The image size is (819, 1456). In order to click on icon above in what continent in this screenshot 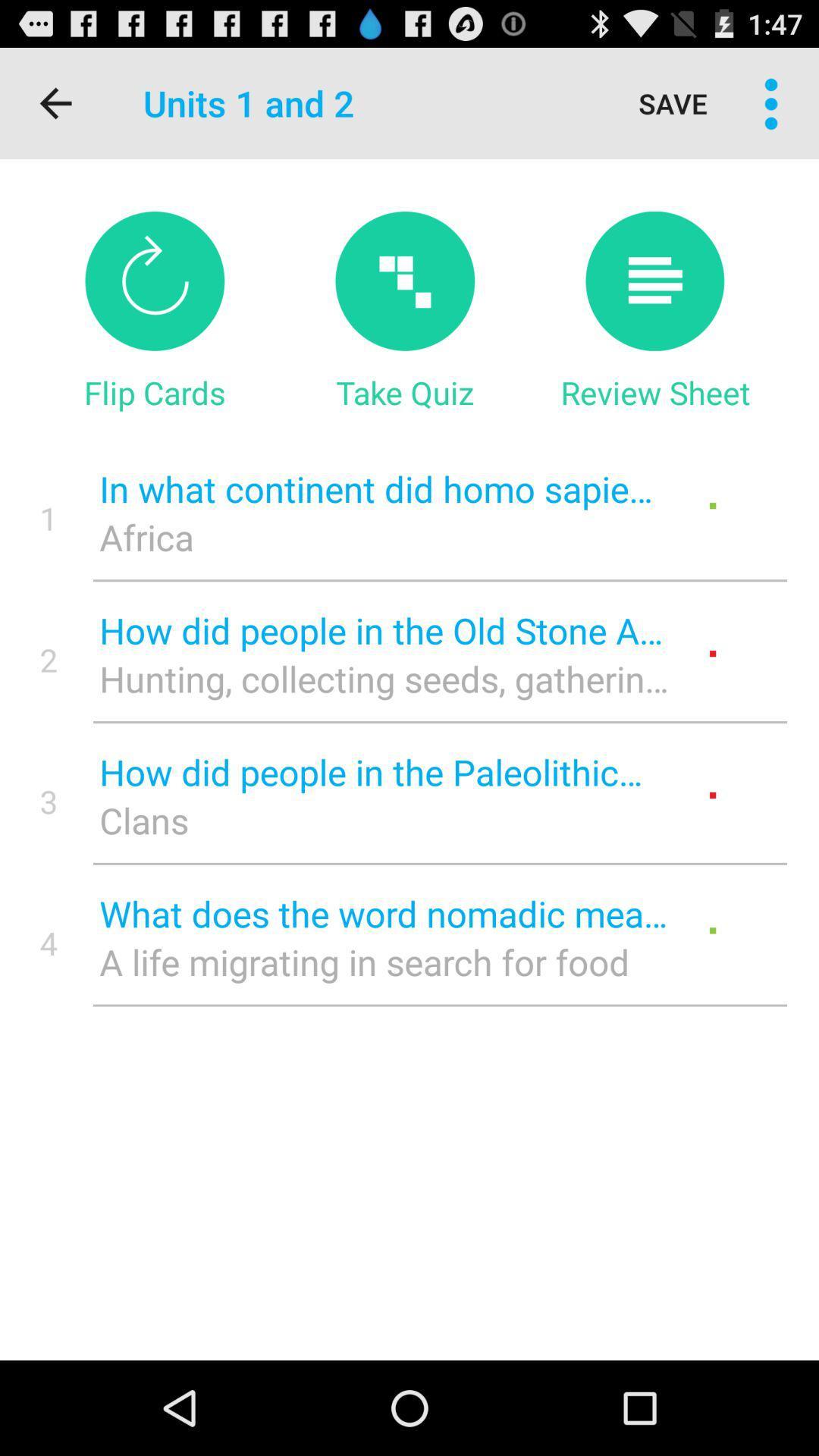, I will do `click(404, 392)`.